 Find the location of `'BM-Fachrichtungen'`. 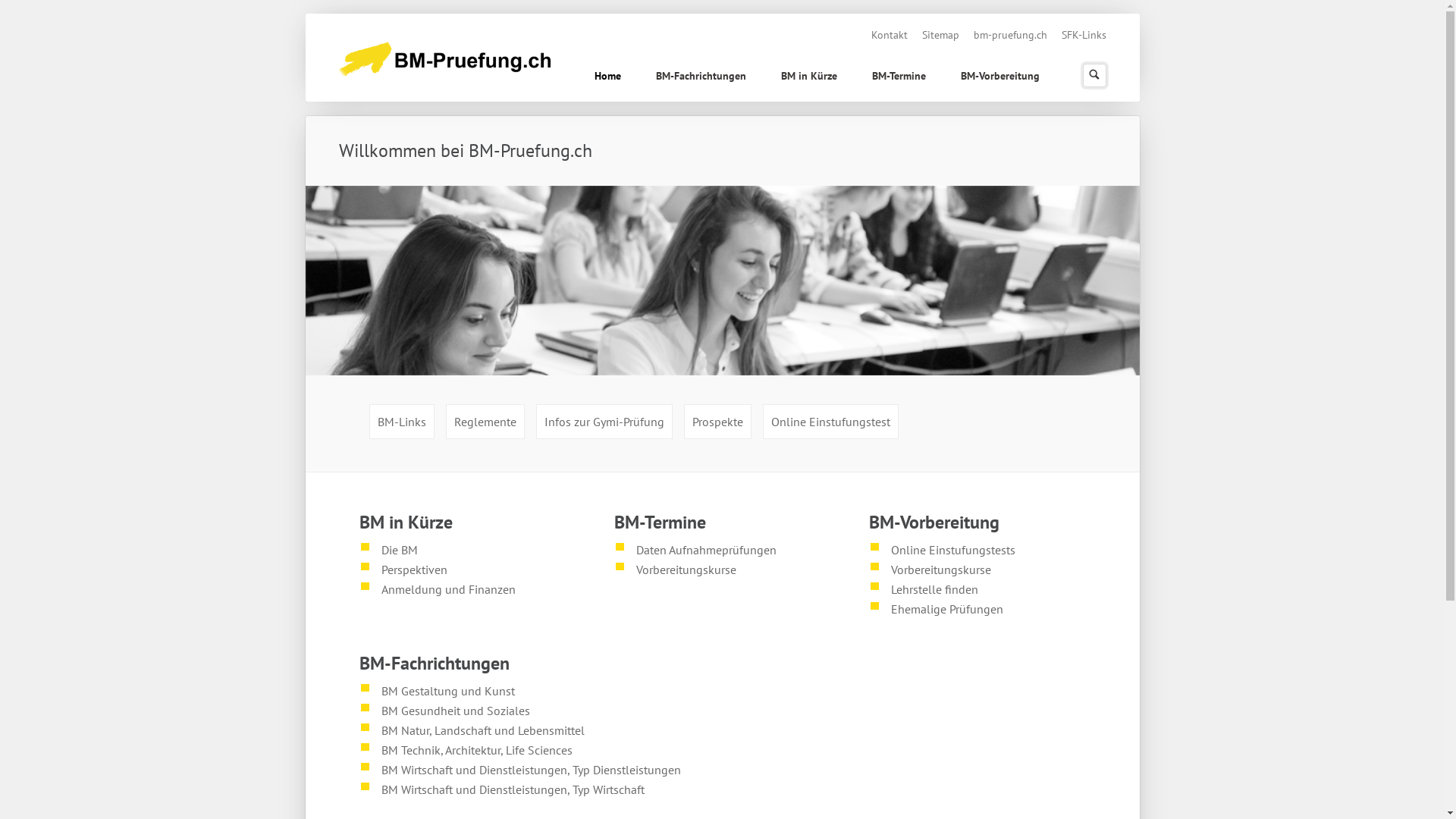

'BM-Fachrichtungen' is located at coordinates (644, 77).